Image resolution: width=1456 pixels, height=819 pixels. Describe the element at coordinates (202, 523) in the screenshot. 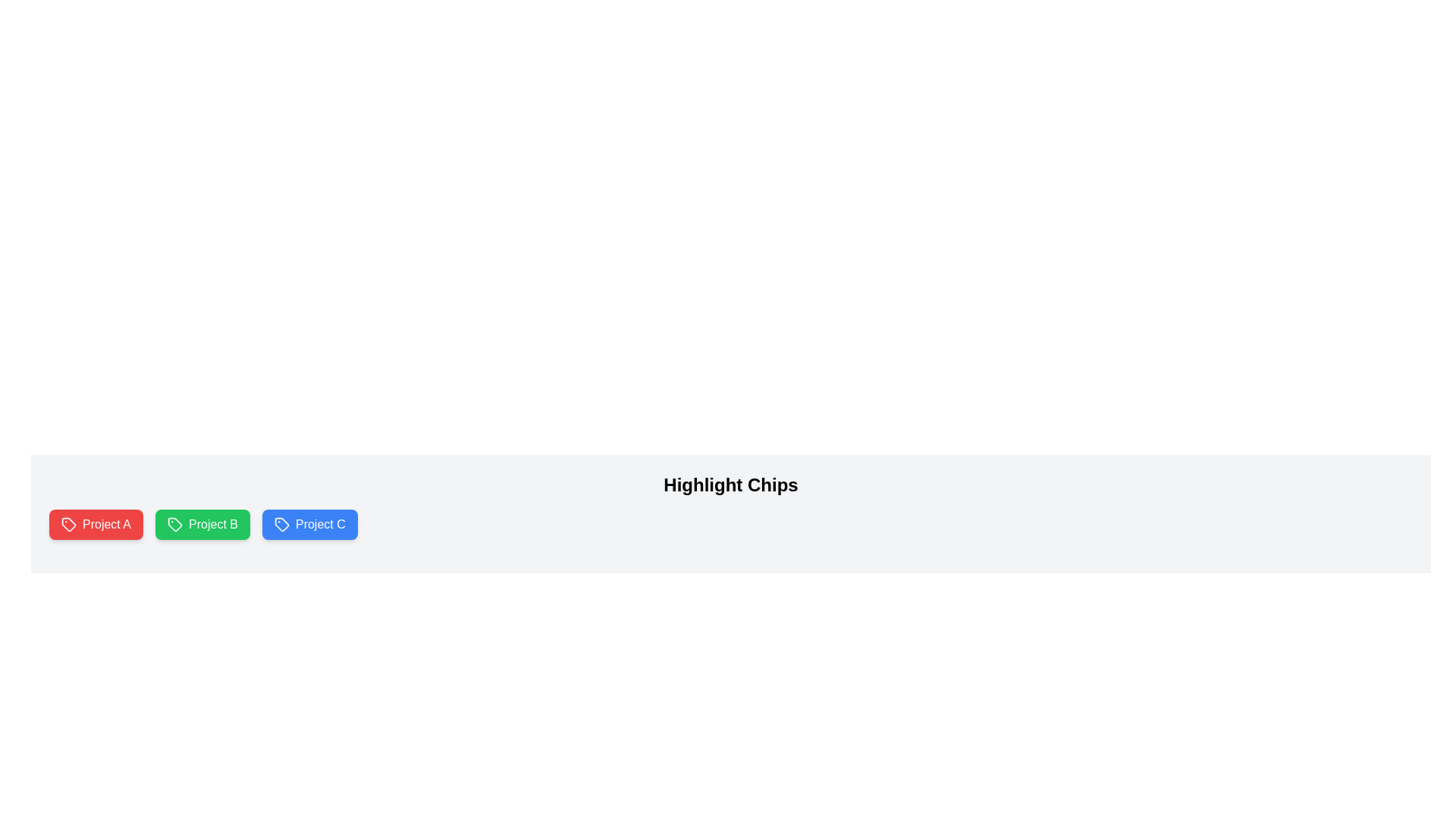

I see `the chip labeled Project B` at that location.